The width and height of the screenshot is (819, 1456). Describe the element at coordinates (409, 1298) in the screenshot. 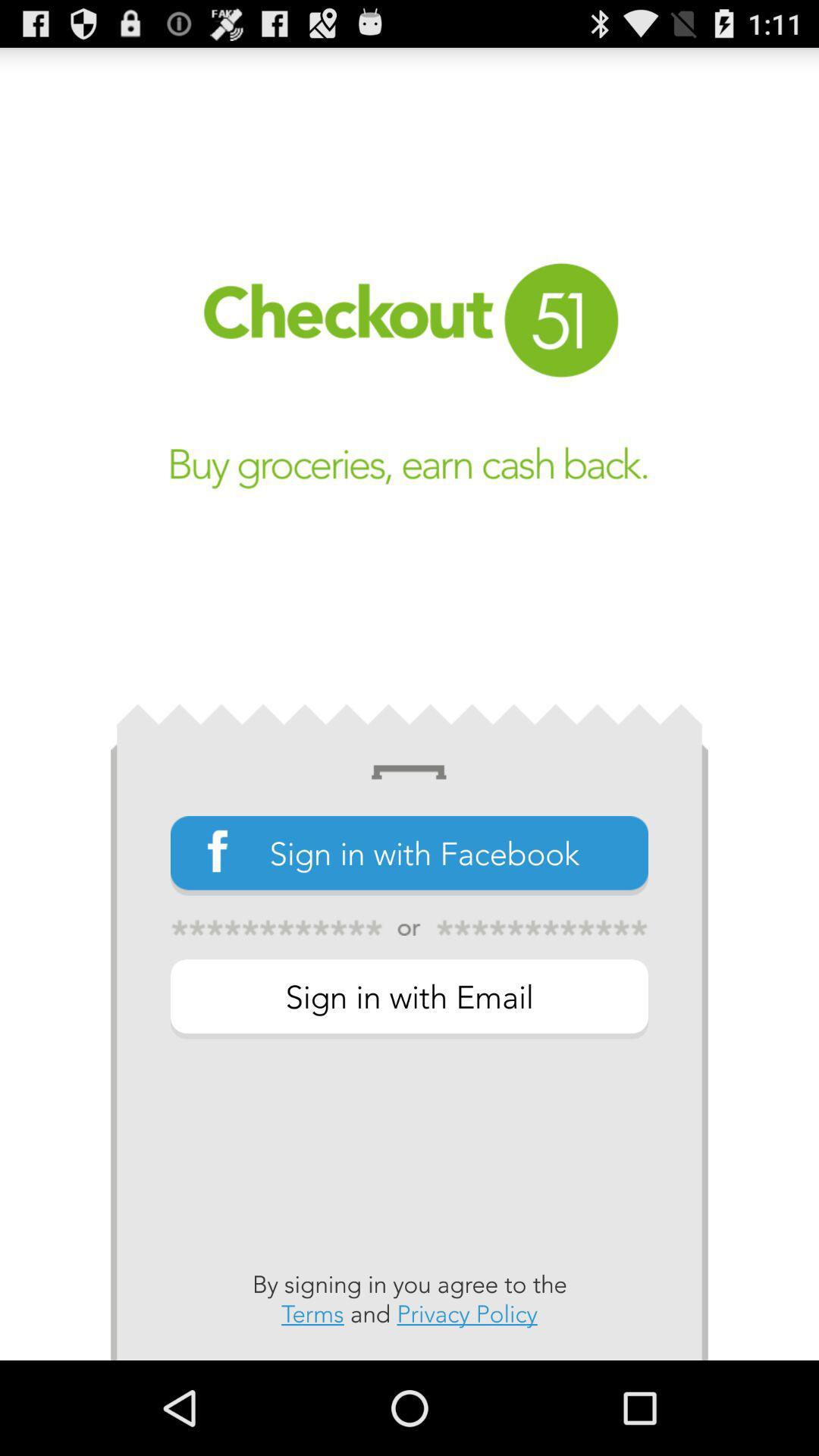

I see `the button below the sign in with` at that location.